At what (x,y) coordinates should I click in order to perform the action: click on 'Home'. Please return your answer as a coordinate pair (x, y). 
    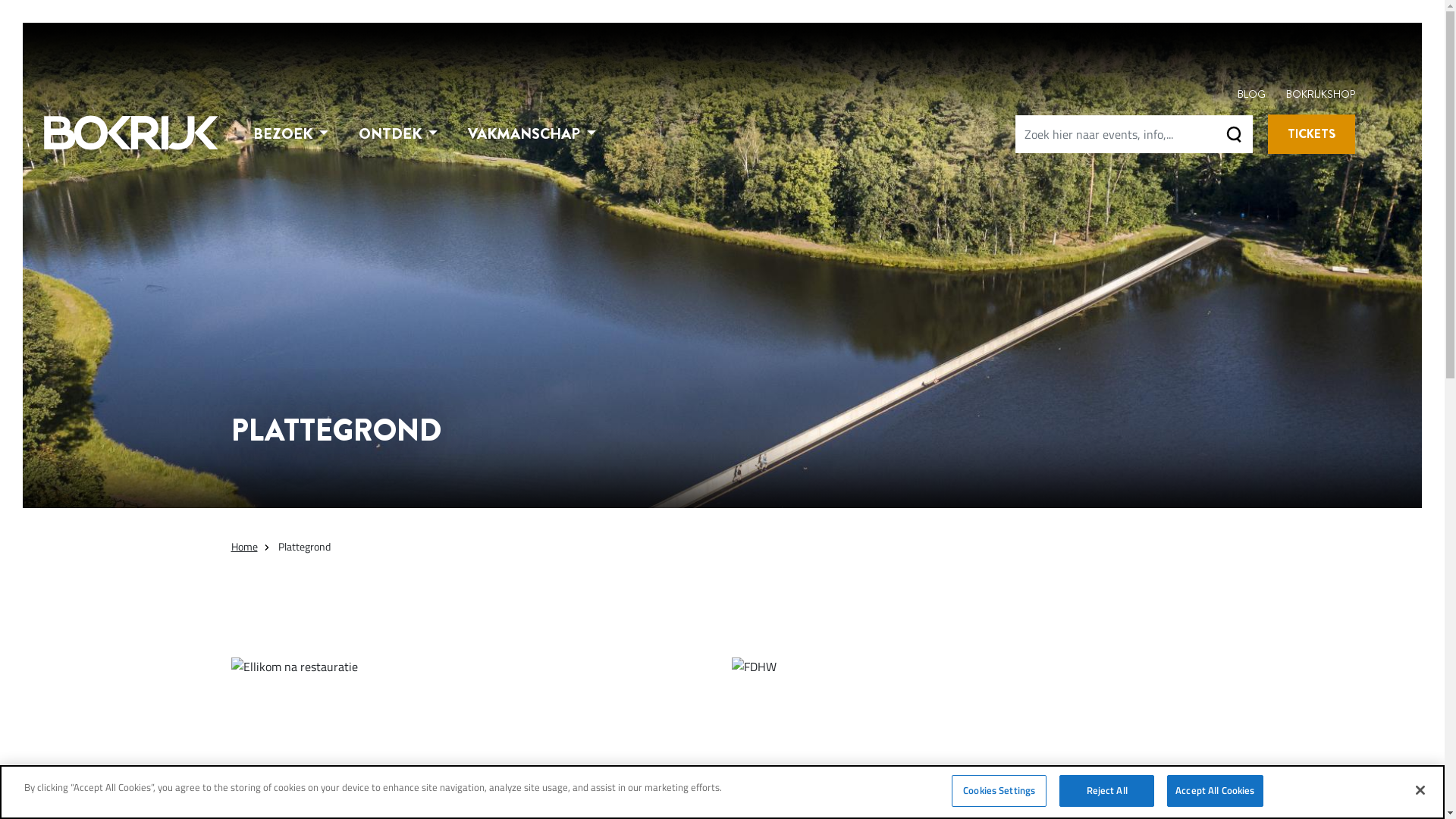
    Looking at the image, I should click on (243, 546).